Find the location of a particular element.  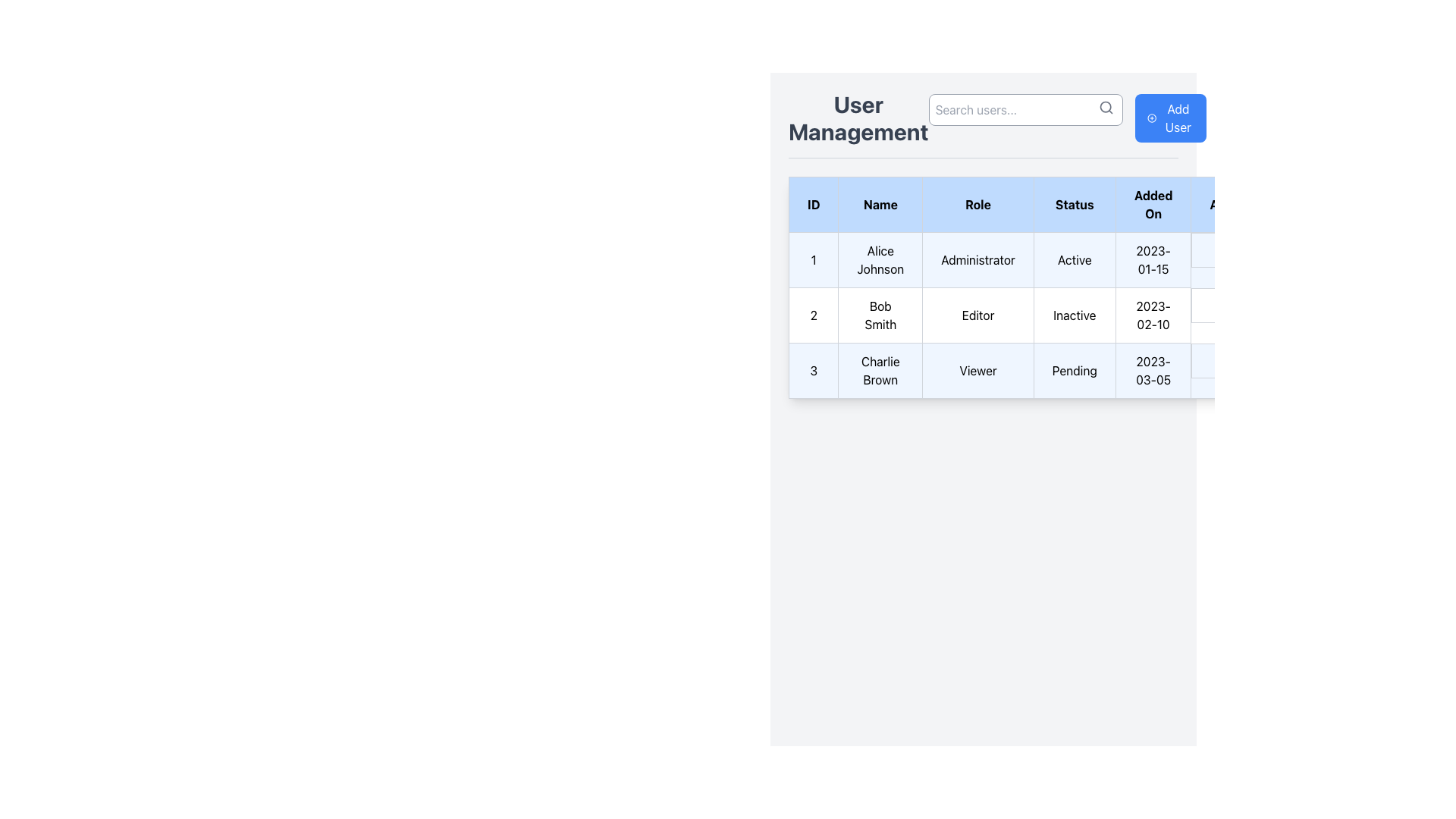

the search bar with a text placeholder 'Search users...' to focus on the input field is located at coordinates (1025, 117).